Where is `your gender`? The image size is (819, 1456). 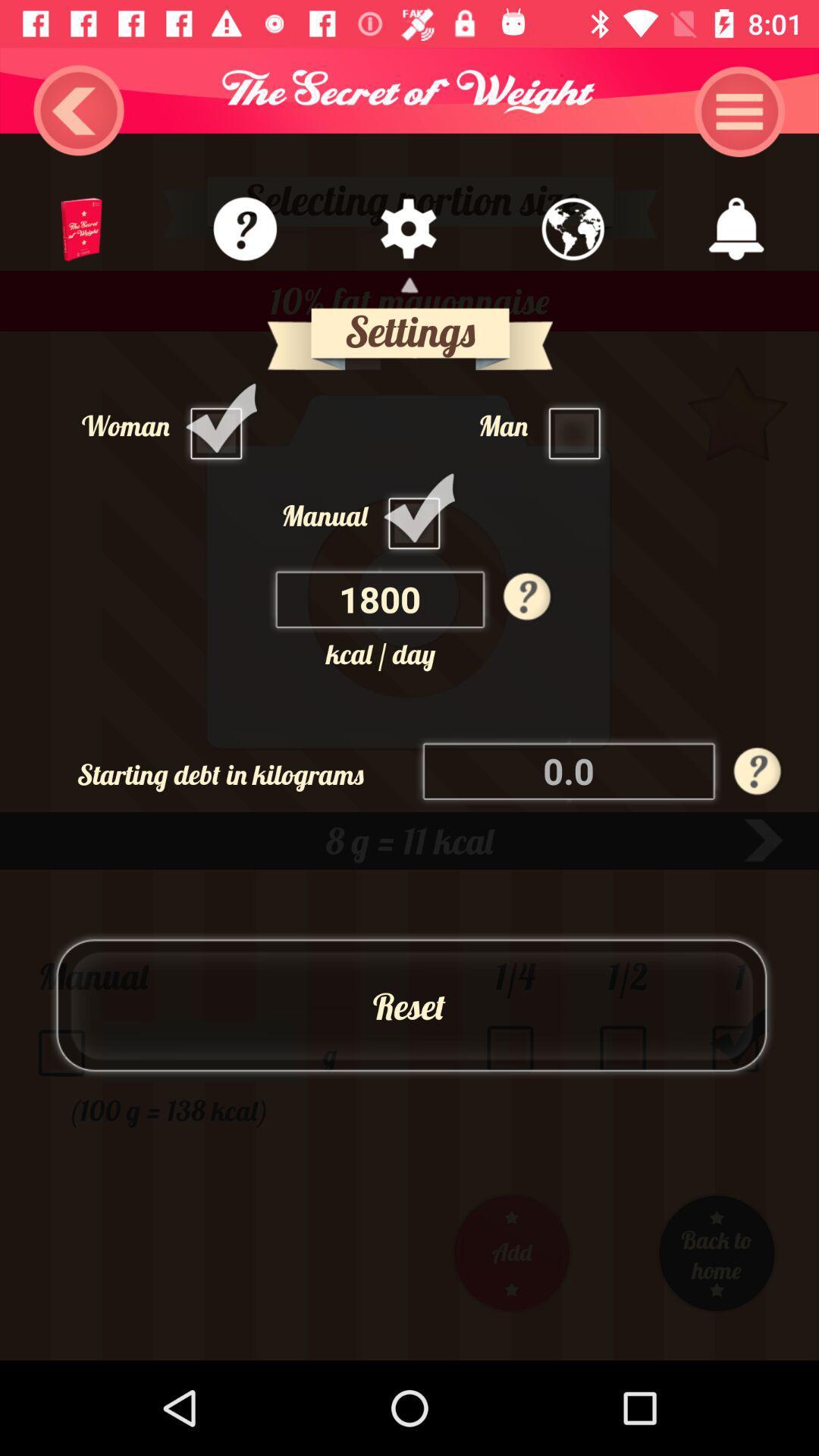 your gender is located at coordinates (220, 425).